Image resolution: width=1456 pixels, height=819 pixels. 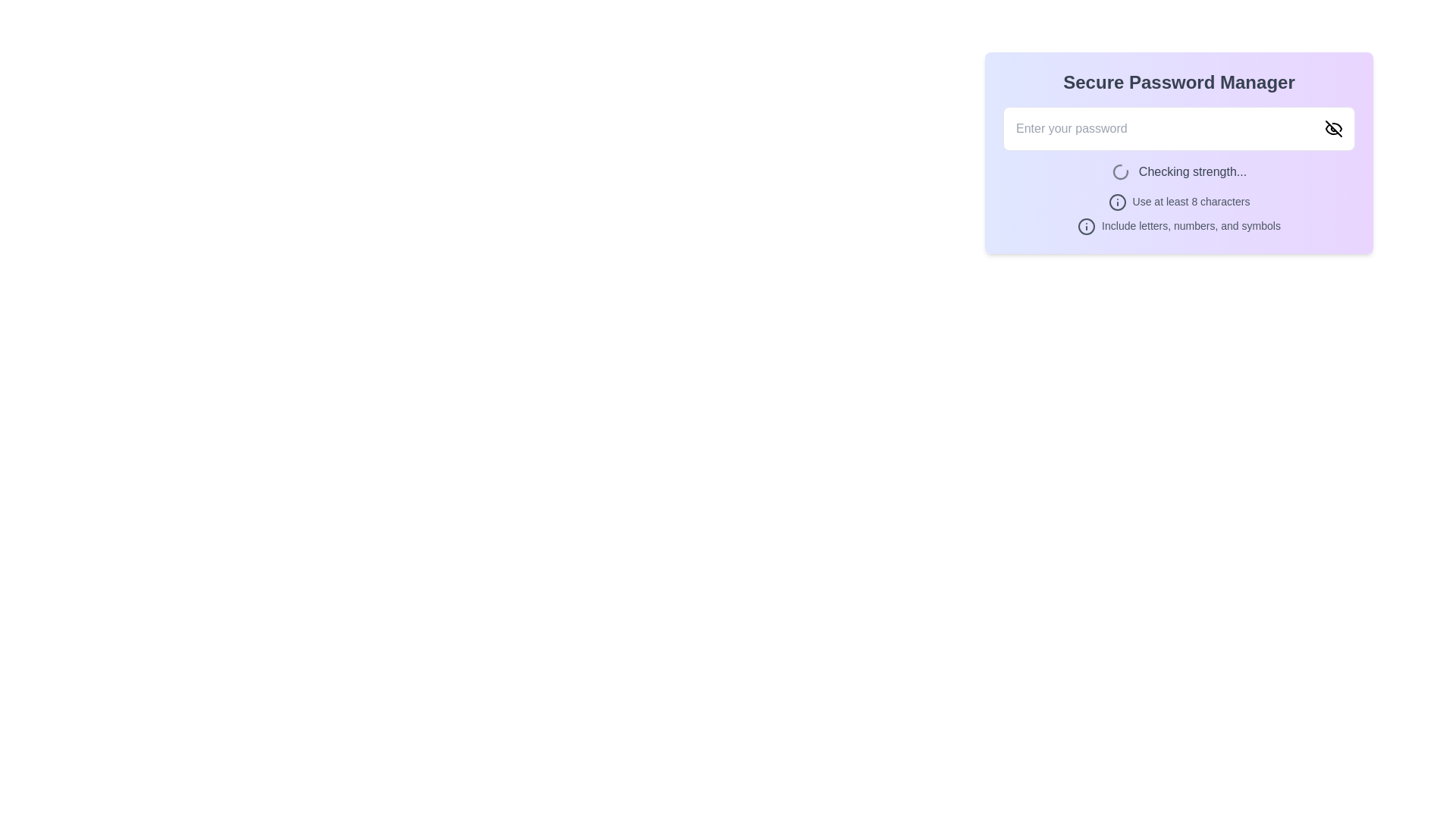 I want to click on the eye-slash icon component that visually indicates the password visibility toggle is set to hide the entered password, so click(x=1332, y=127).